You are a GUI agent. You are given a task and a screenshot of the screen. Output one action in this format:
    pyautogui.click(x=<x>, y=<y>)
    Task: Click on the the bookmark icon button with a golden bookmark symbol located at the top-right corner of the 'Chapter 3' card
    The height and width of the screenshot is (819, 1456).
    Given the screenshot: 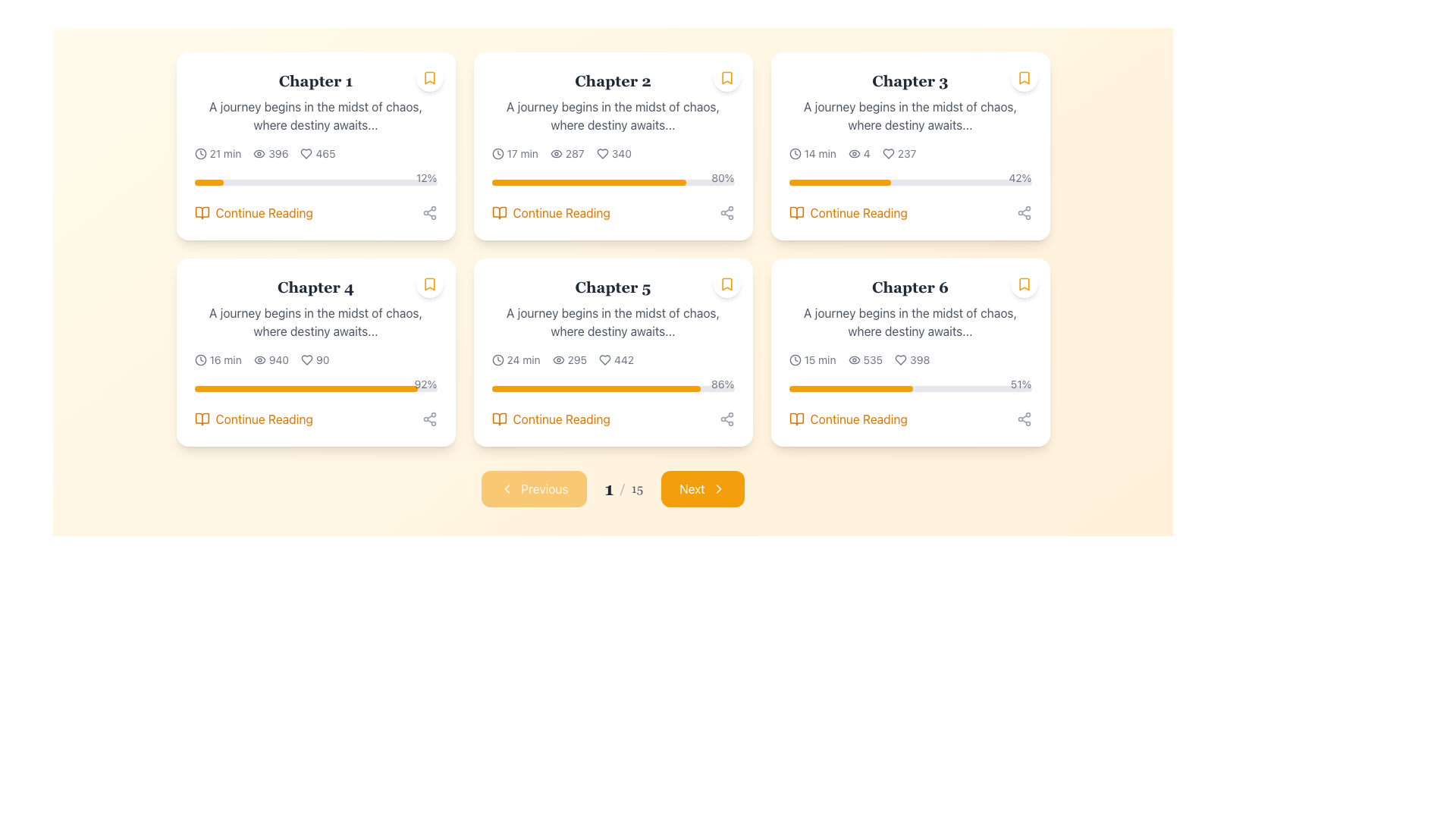 What is the action you would take?
    pyautogui.click(x=1024, y=78)
    